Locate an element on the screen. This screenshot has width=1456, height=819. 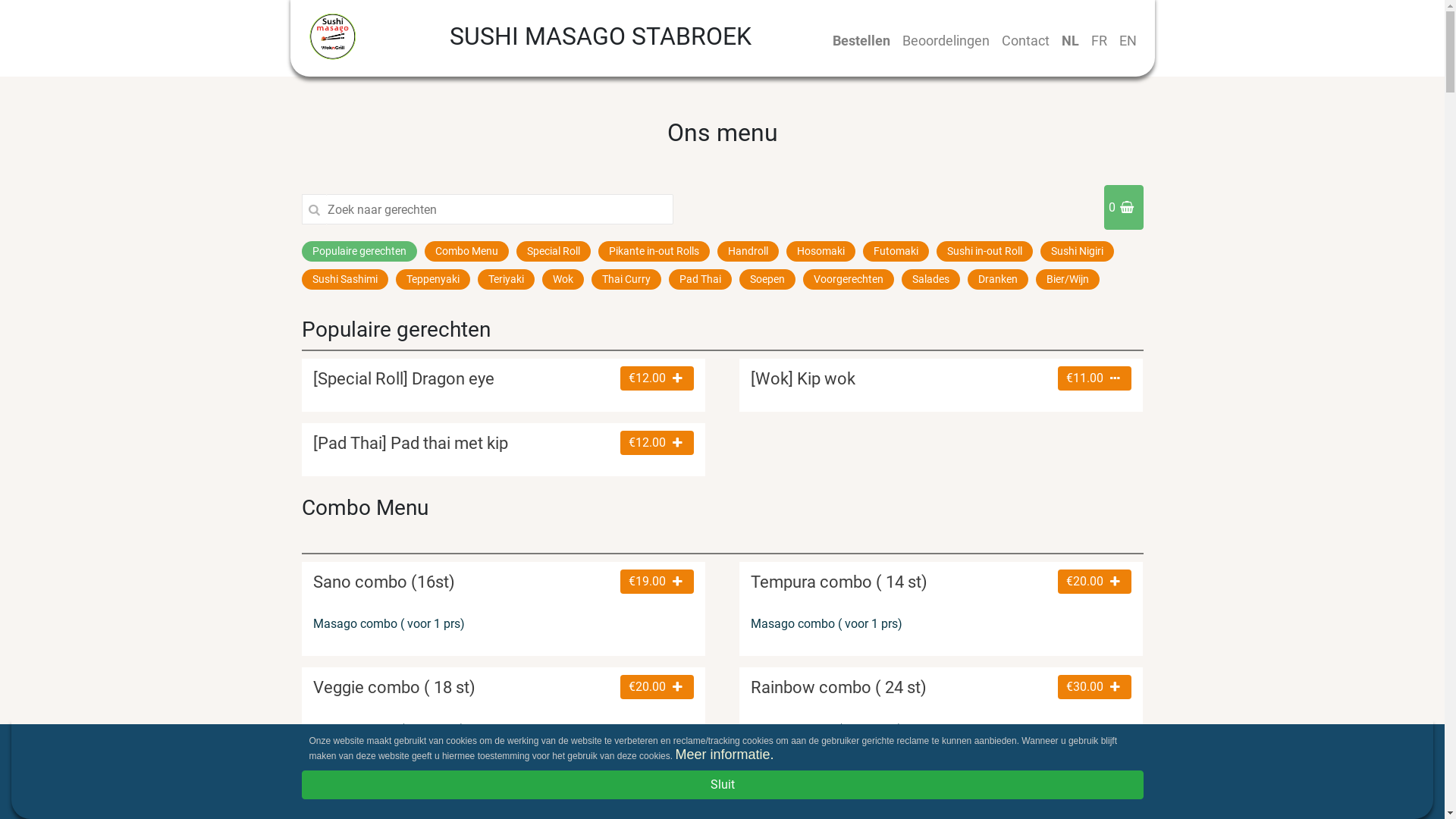
'Hosomaki' is located at coordinates (786, 250).